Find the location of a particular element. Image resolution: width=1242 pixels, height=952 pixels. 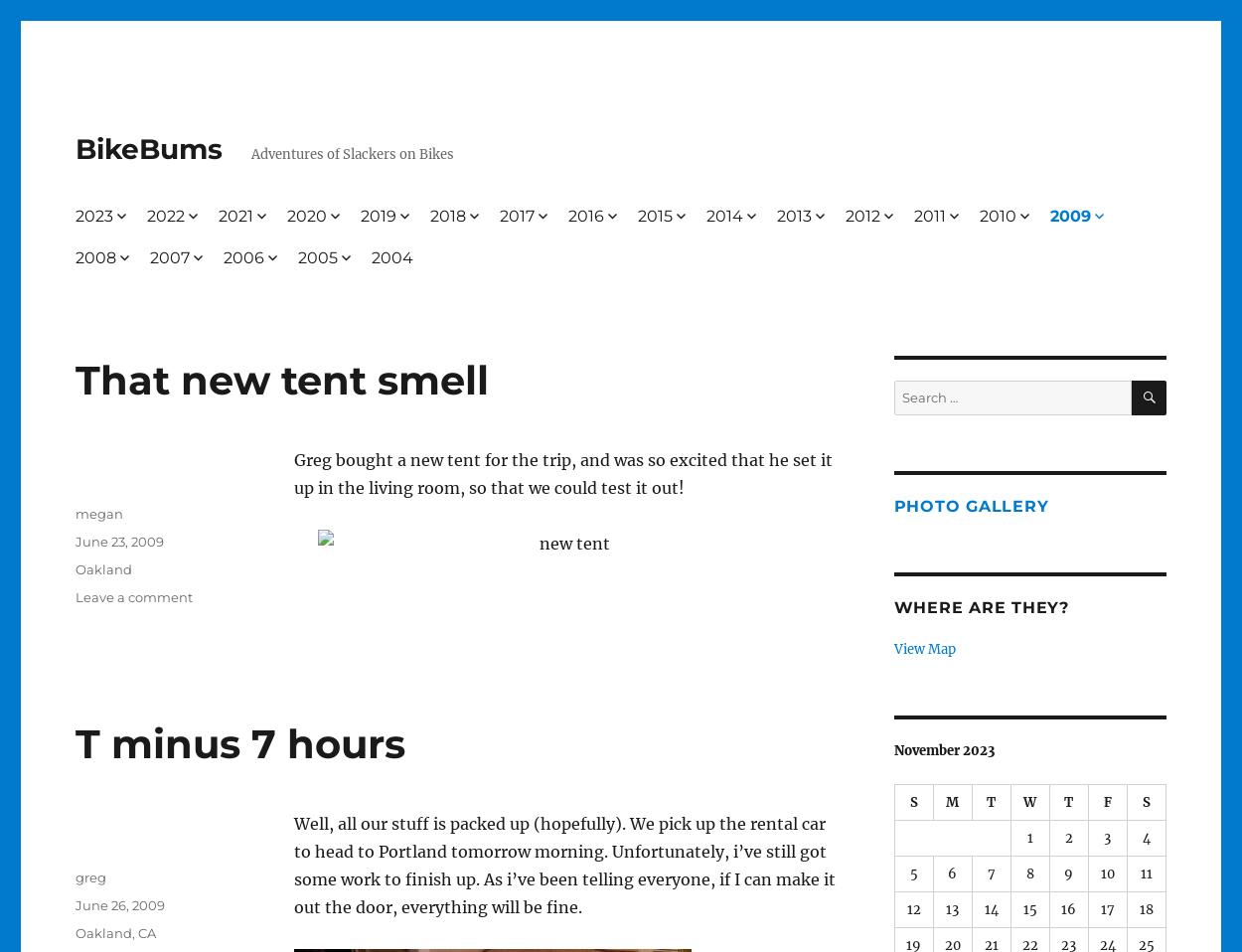

'2008' is located at coordinates (93, 256).